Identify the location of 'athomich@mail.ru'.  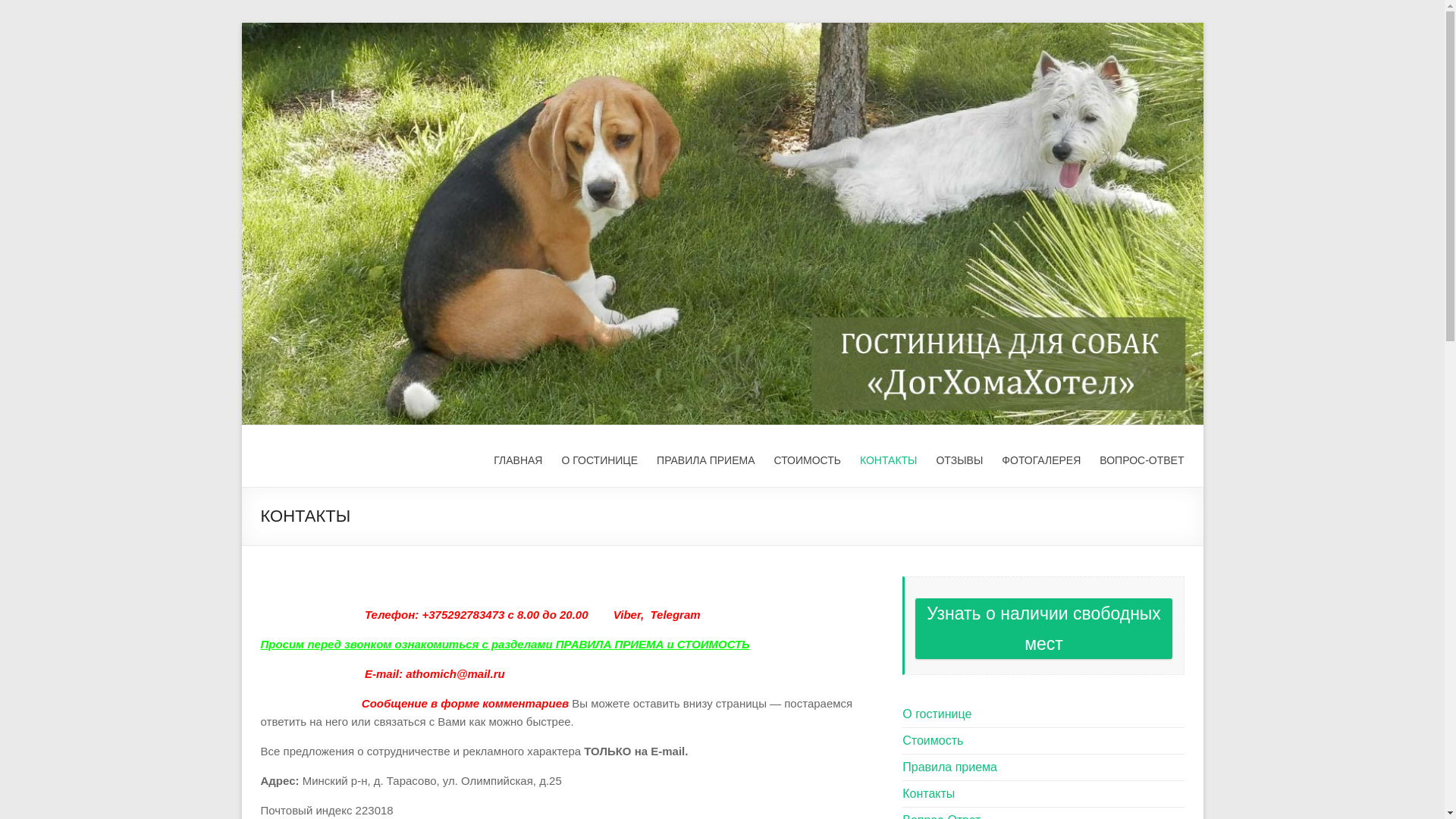
(405, 673).